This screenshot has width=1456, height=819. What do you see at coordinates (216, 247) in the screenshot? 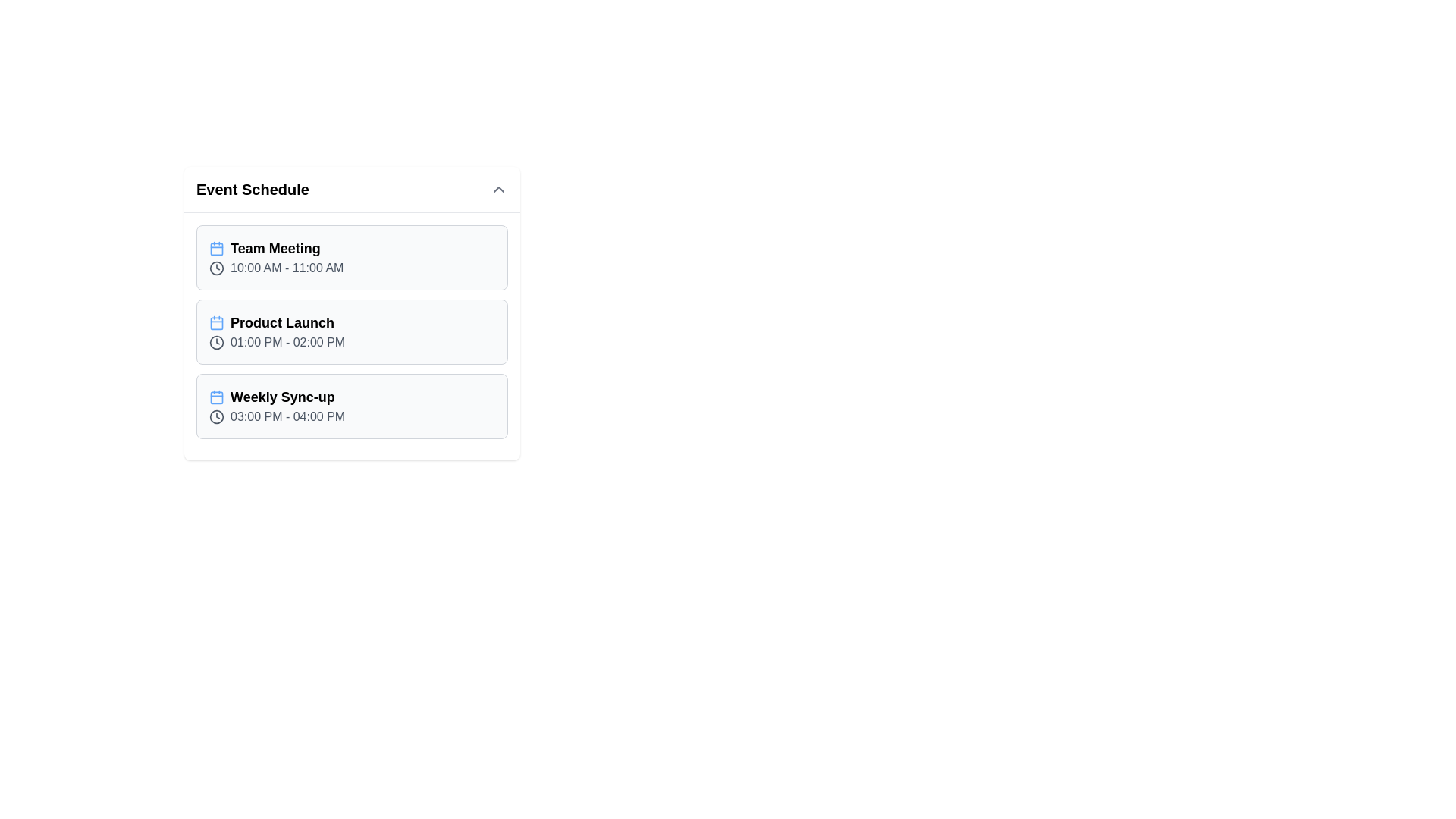
I see `the calendar icon styled as an SVG graphic` at bounding box center [216, 247].